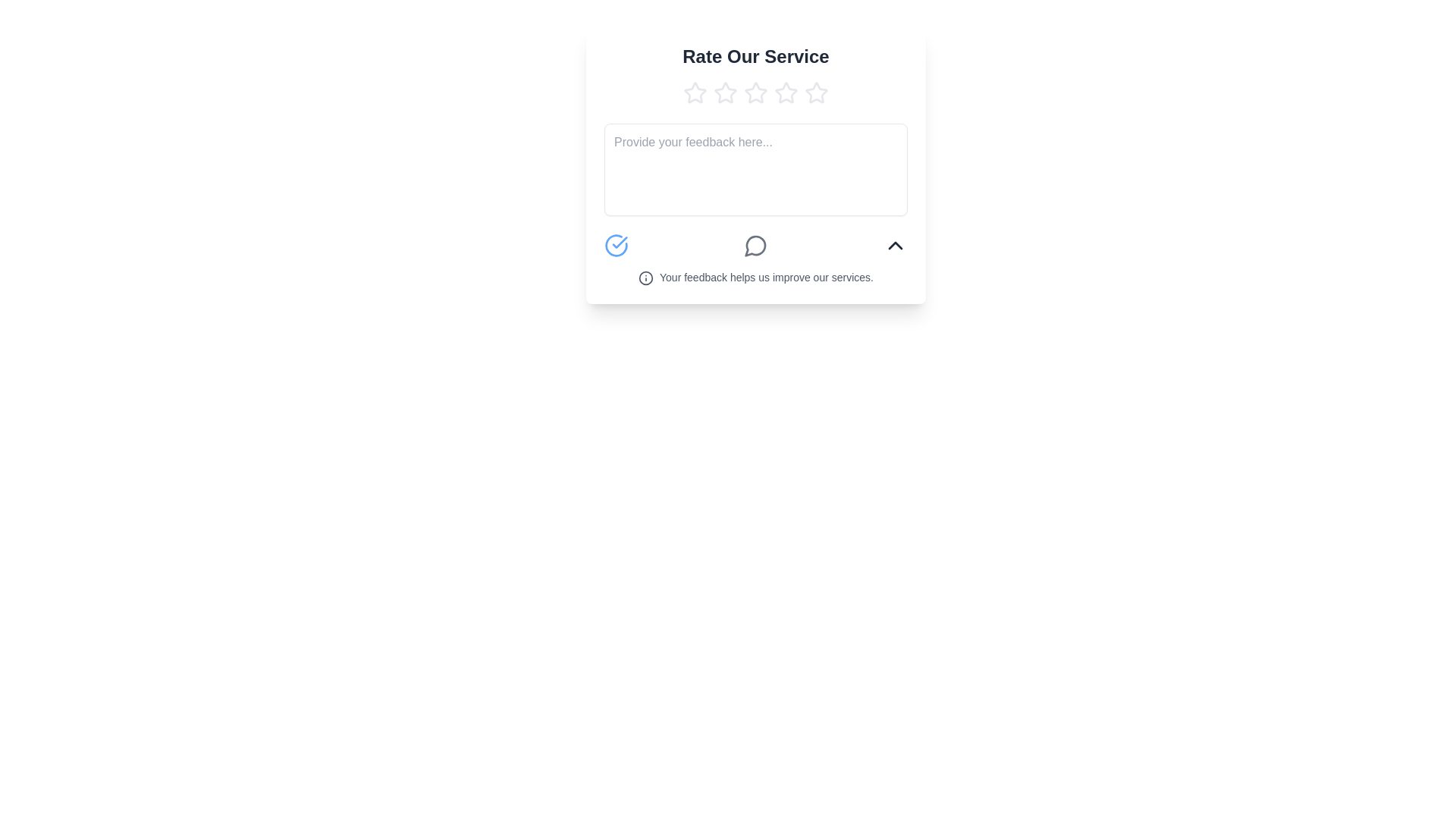 The height and width of the screenshot is (819, 1456). I want to click on the circular information icon, which is styled with a gray stroke and located to the left of the text in the 'Your feedback helps us improve our services.' section, so click(646, 278).